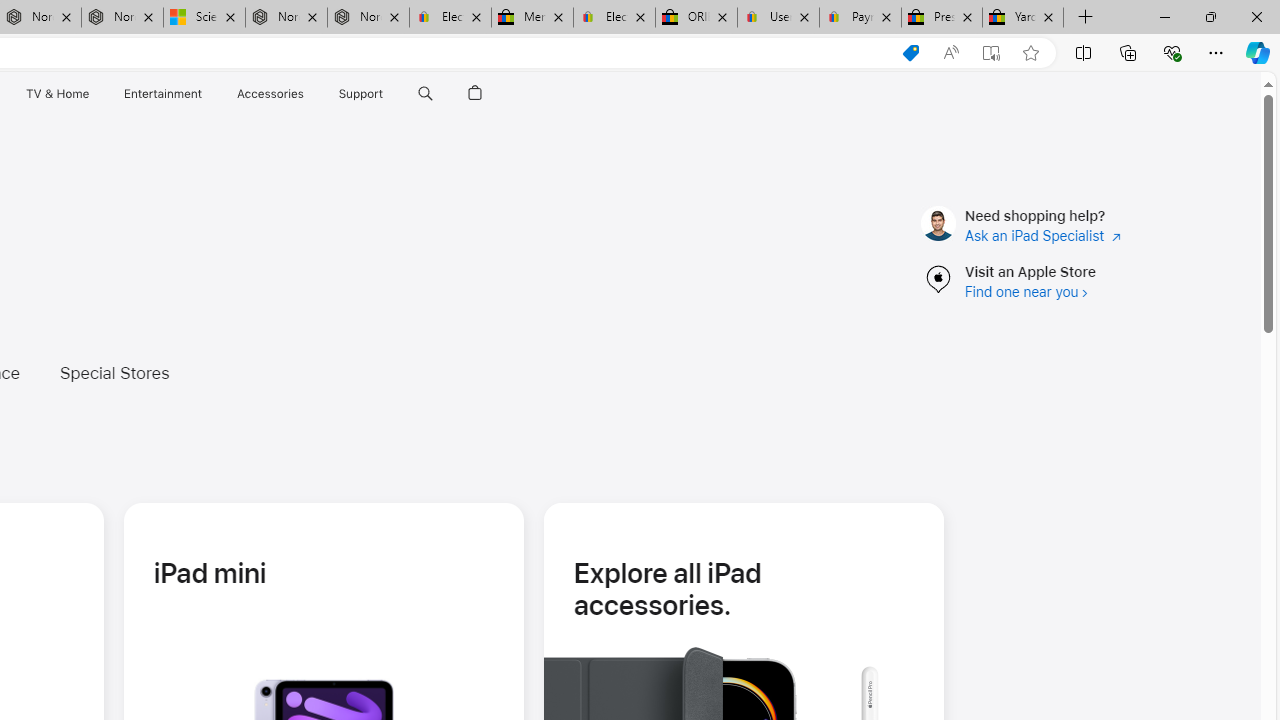  I want to click on 'Shopping Bag', so click(474, 93).